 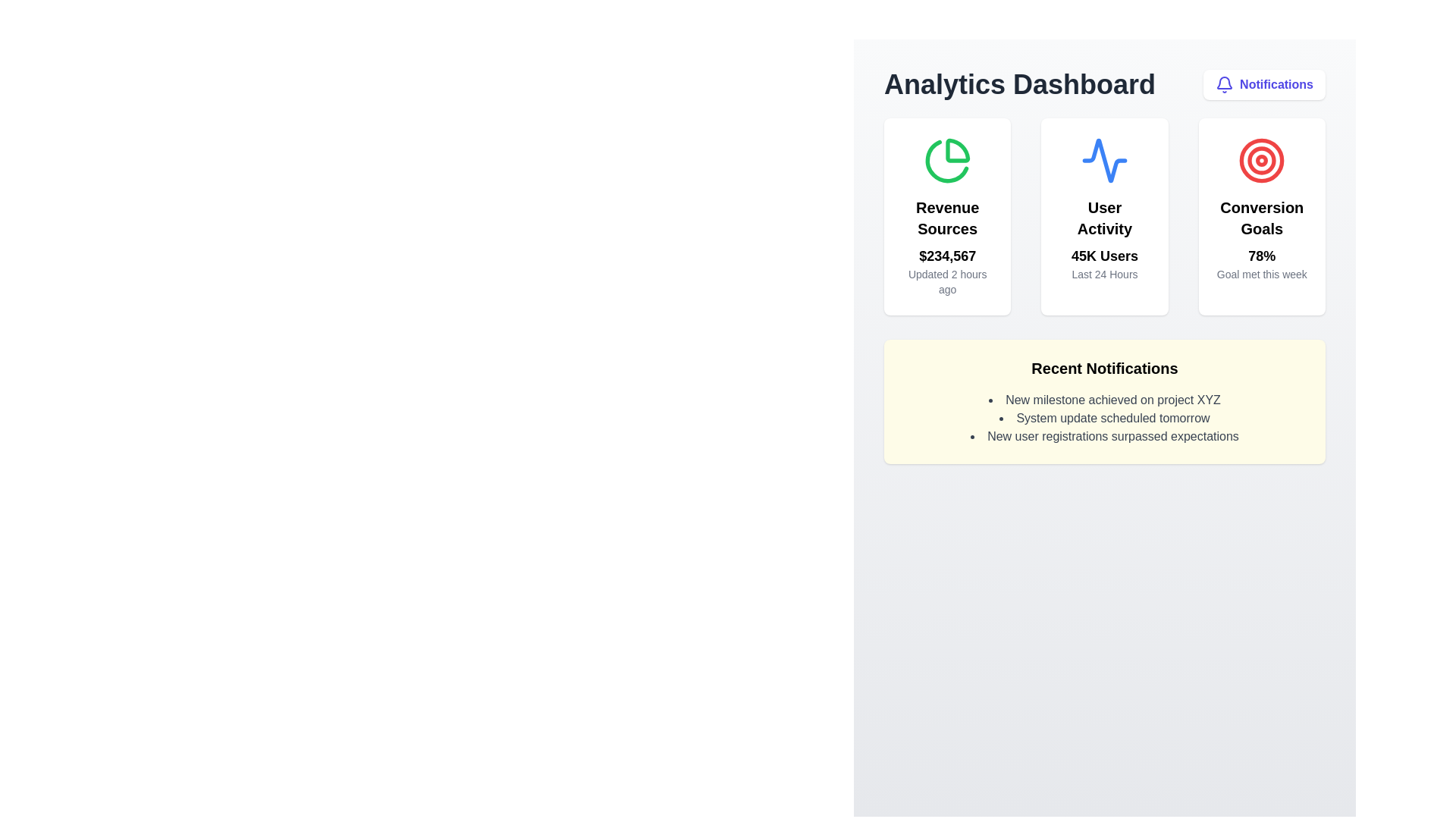 What do you see at coordinates (1262, 216) in the screenshot?
I see `the Informational card displaying metrics, which is the third card in a row of three cards` at bounding box center [1262, 216].